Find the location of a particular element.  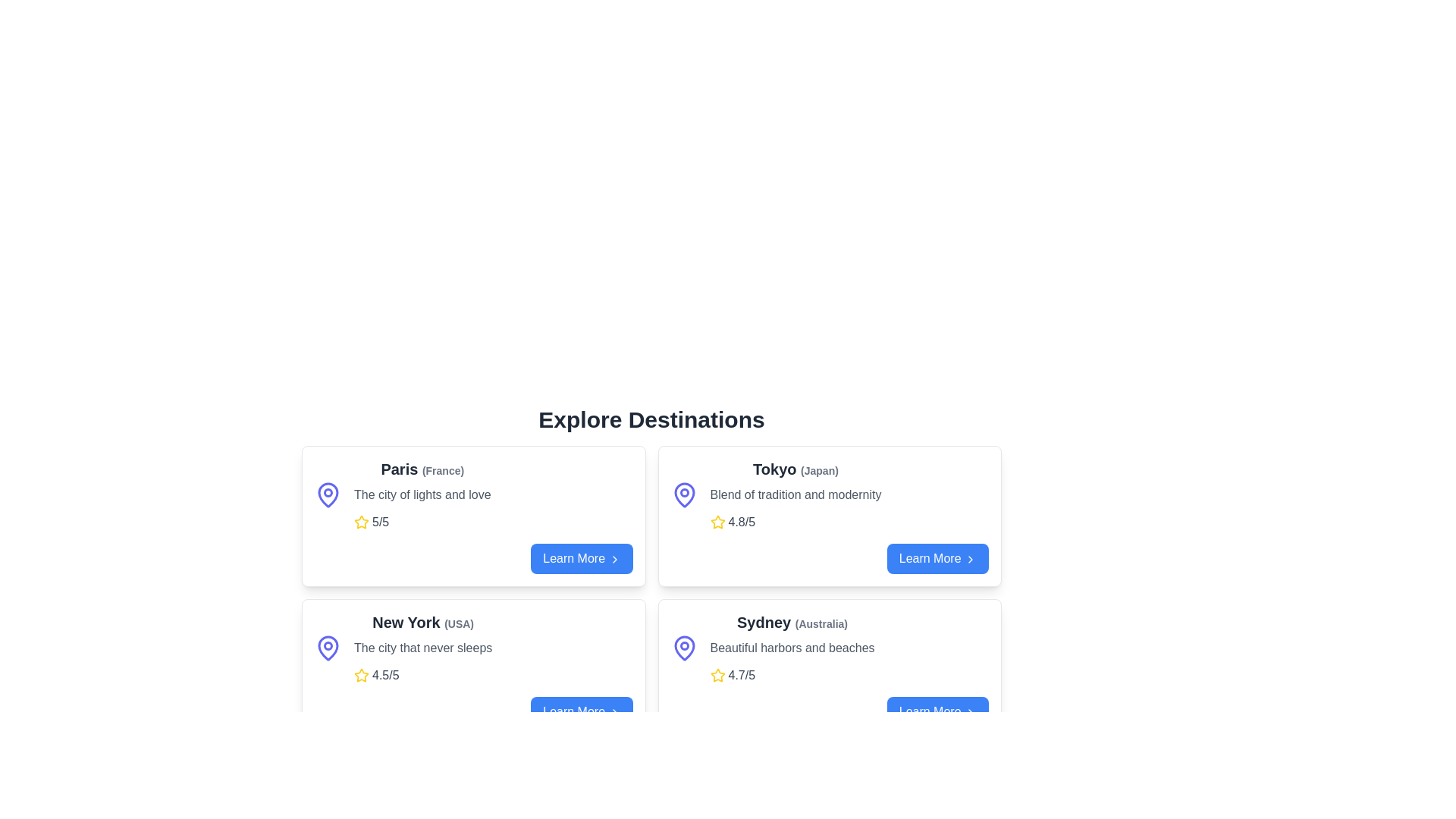

the text element displaying 'Paris (France)', which is styled in bold and black-gray color, located at the top left of the first card in the grid structure is located at coordinates (422, 468).